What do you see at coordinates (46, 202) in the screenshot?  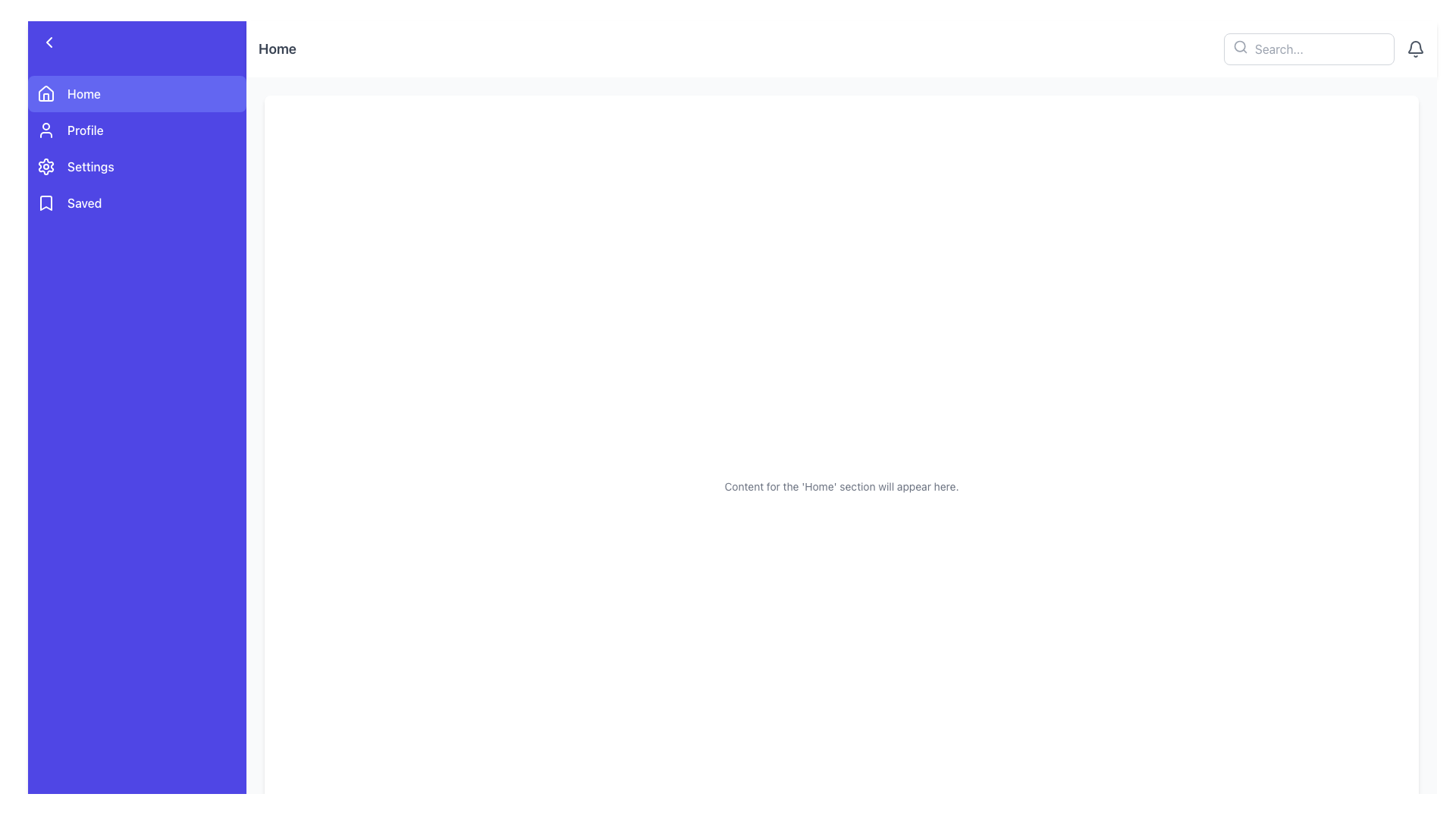 I see `the bookmark-style icon representing the 'Saved' menu option if it is selectable` at bounding box center [46, 202].